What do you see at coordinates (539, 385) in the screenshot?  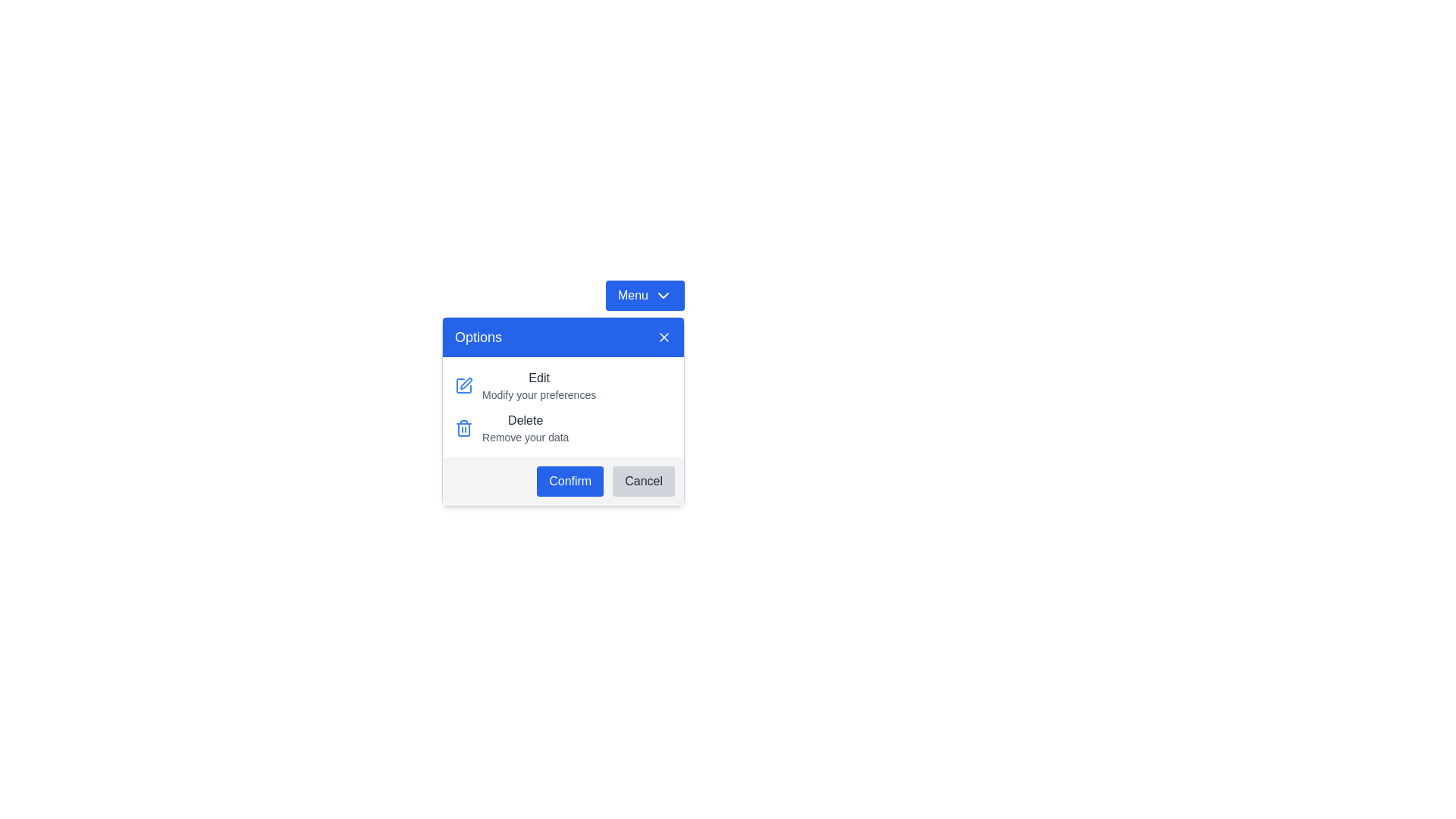 I see `the 'Edit' text label within the 'Options' modal dialog` at bounding box center [539, 385].